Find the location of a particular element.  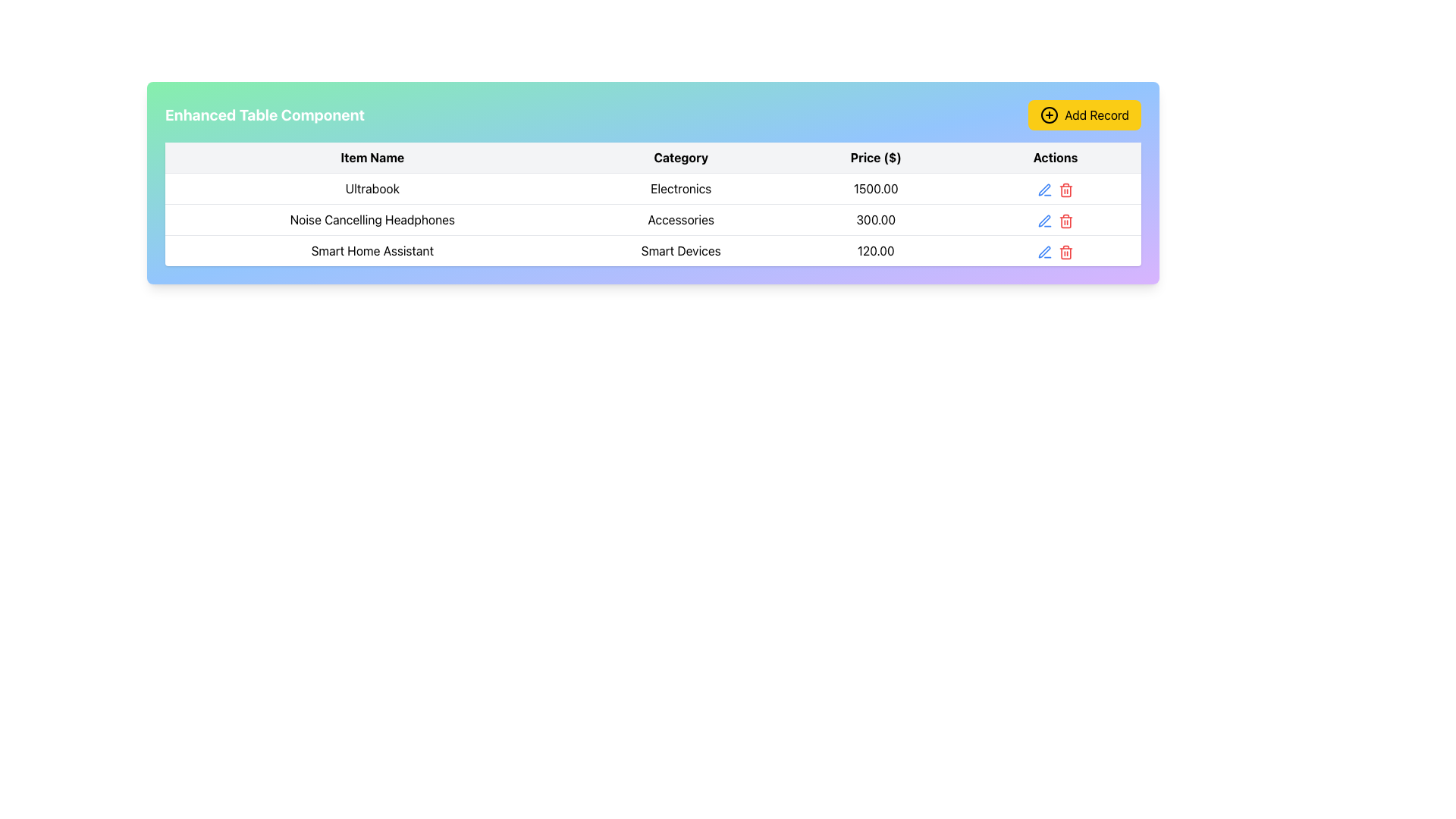

the edit icon located in the third row of the 'Actions' column in the table is located at coordinates (1043, 251).